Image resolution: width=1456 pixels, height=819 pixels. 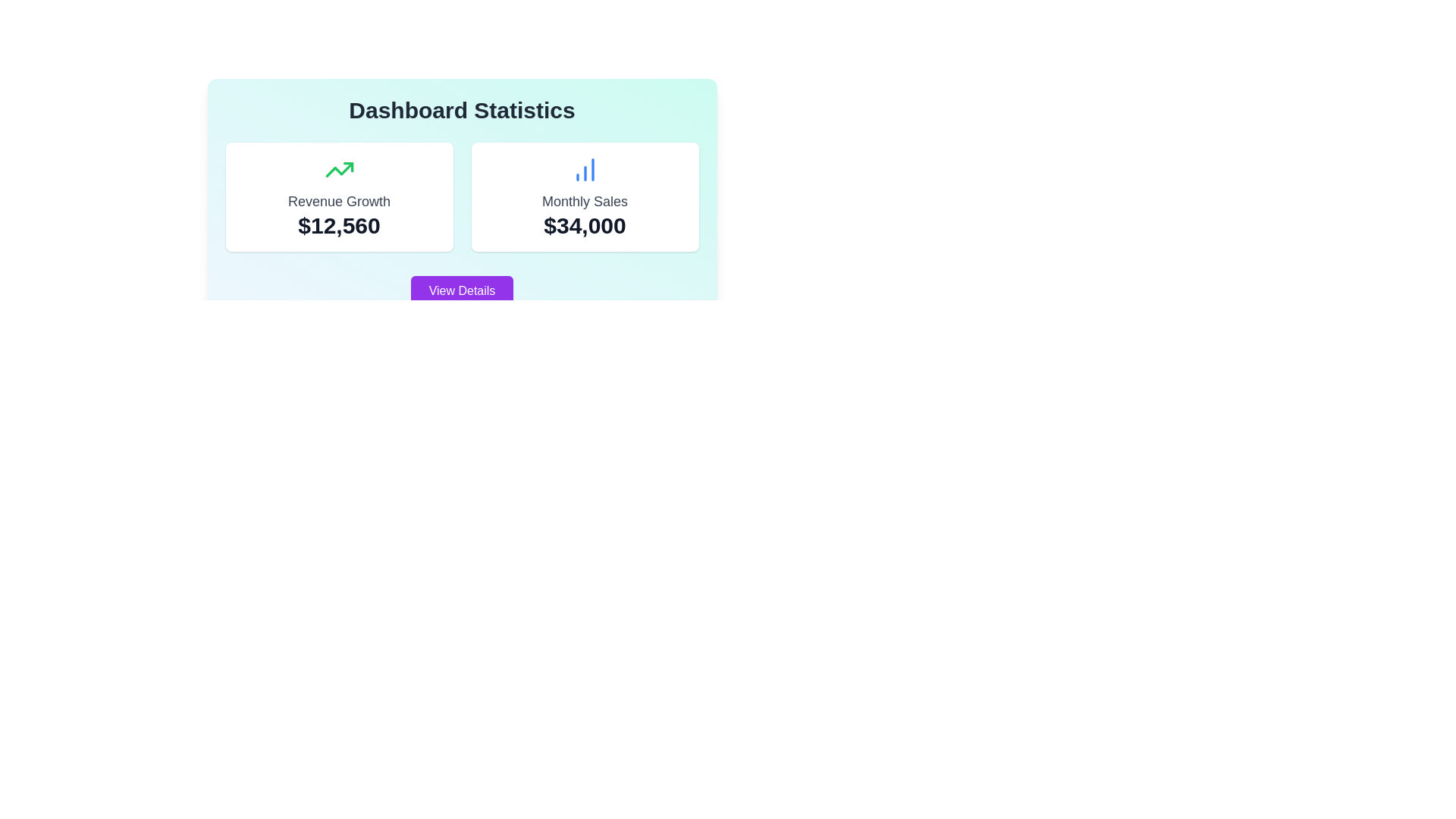 I want to click on the monetary value display element '$12,560' which is bold, large, and dark gray in color, located within the white card styled with rounded corners and shadowing, directly below the header 'Revenue Growth', so click(x=338, y=225).